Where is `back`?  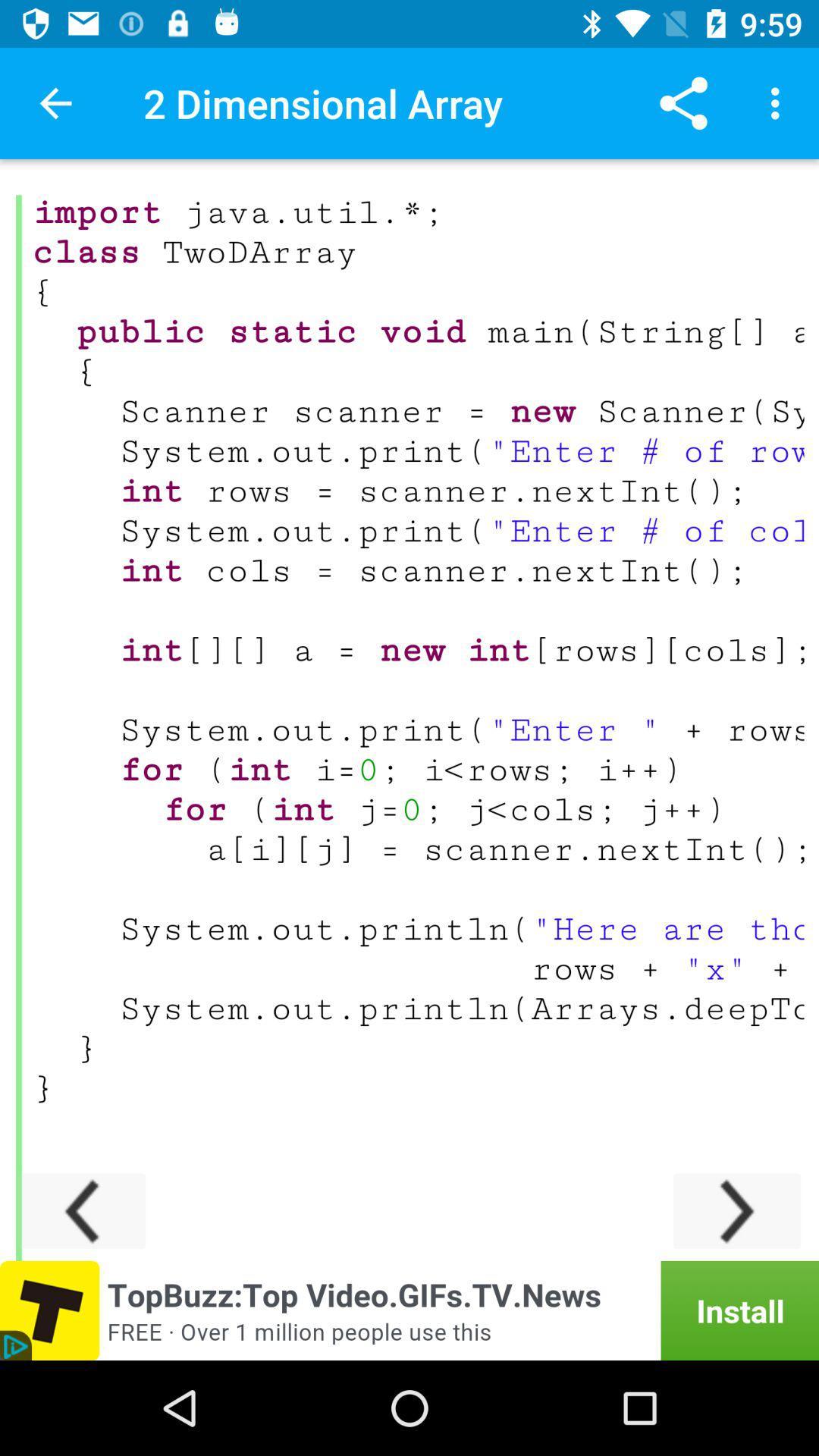 back is located at coordinates (82, 1210).